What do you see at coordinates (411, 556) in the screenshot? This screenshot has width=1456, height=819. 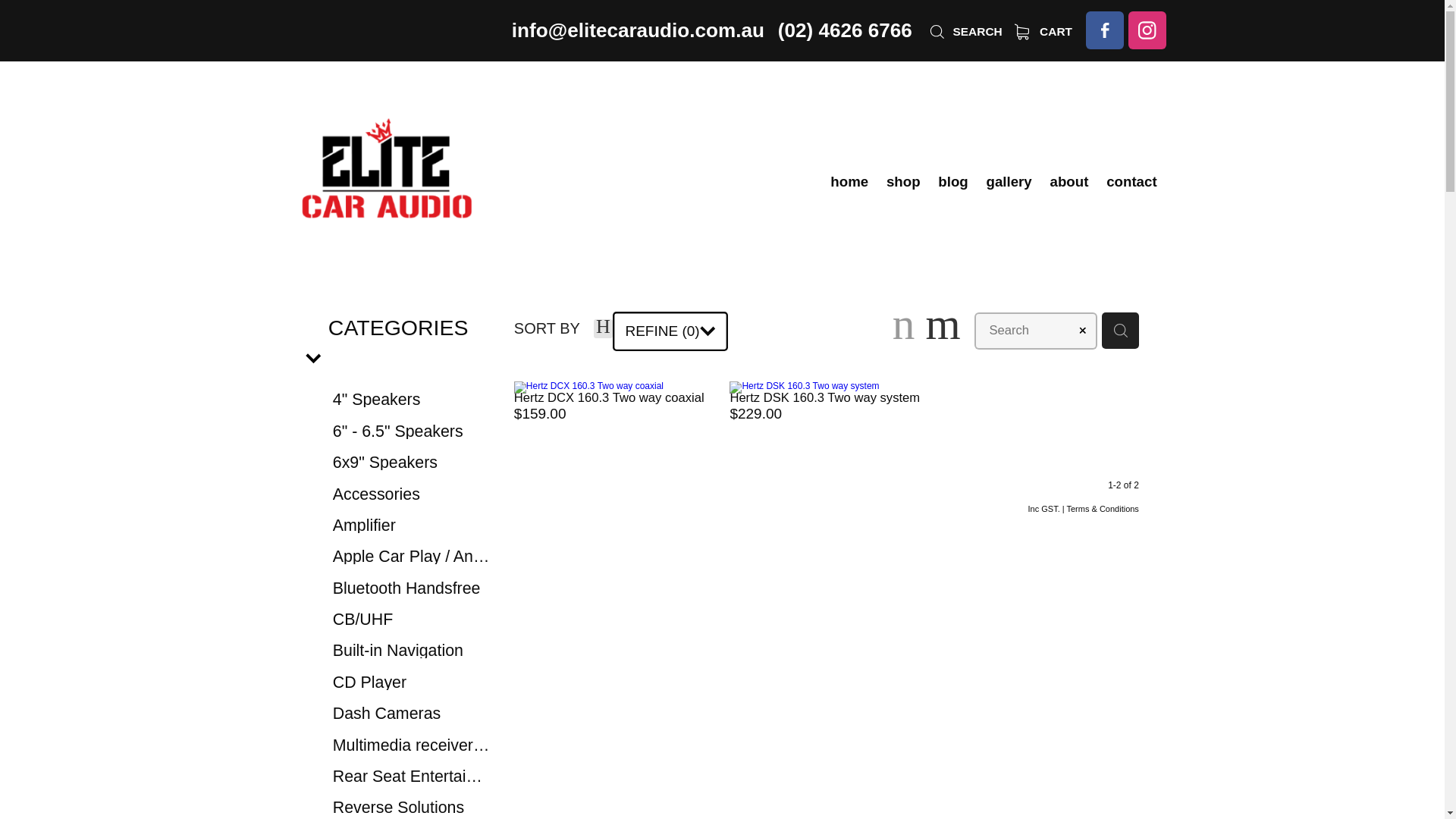 I see `'Apple Car Play / Android Auto'` at bounding box center [411, 556].